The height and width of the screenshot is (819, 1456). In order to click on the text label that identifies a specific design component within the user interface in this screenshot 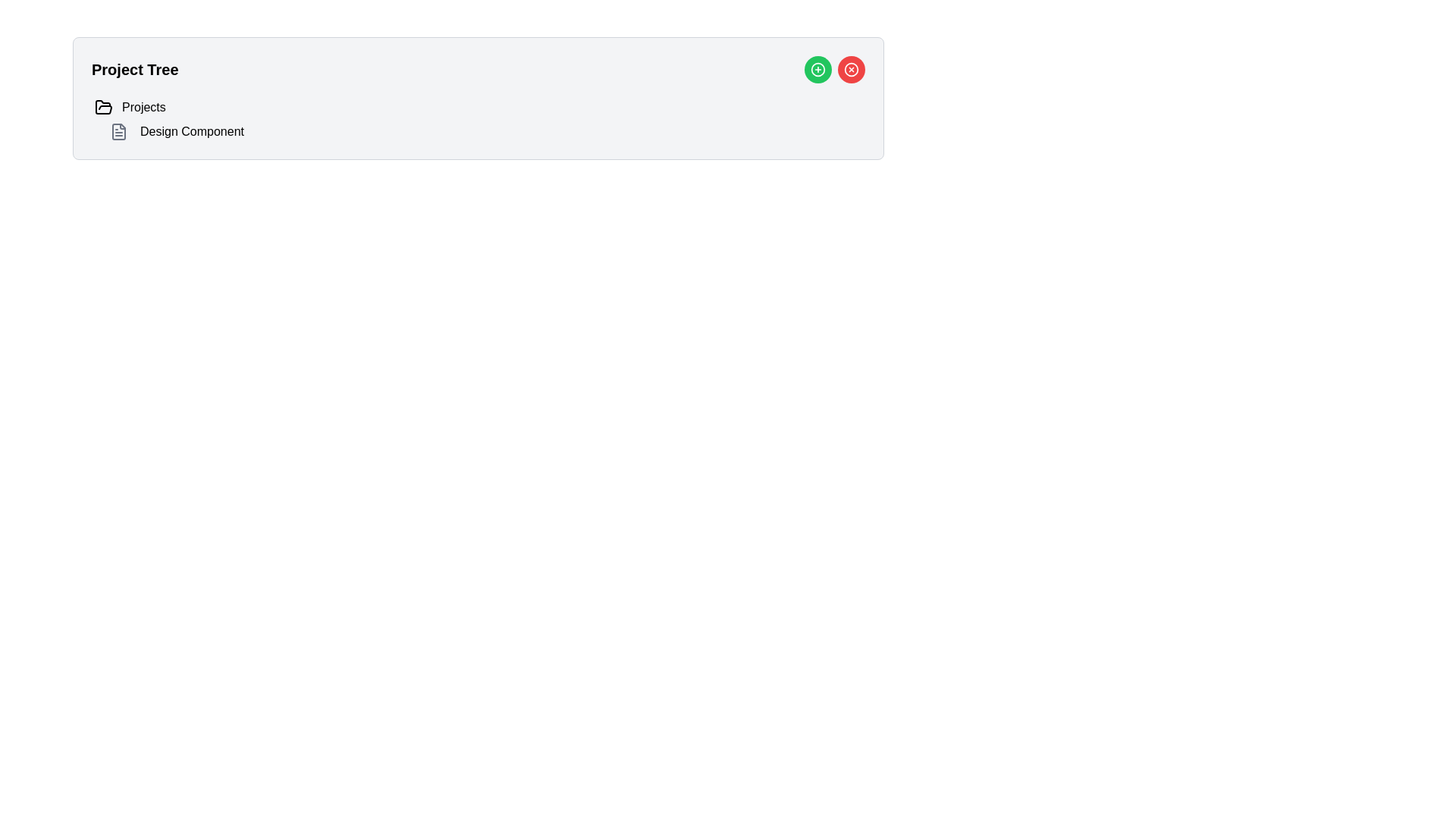, I will do `click(191, 130)`.